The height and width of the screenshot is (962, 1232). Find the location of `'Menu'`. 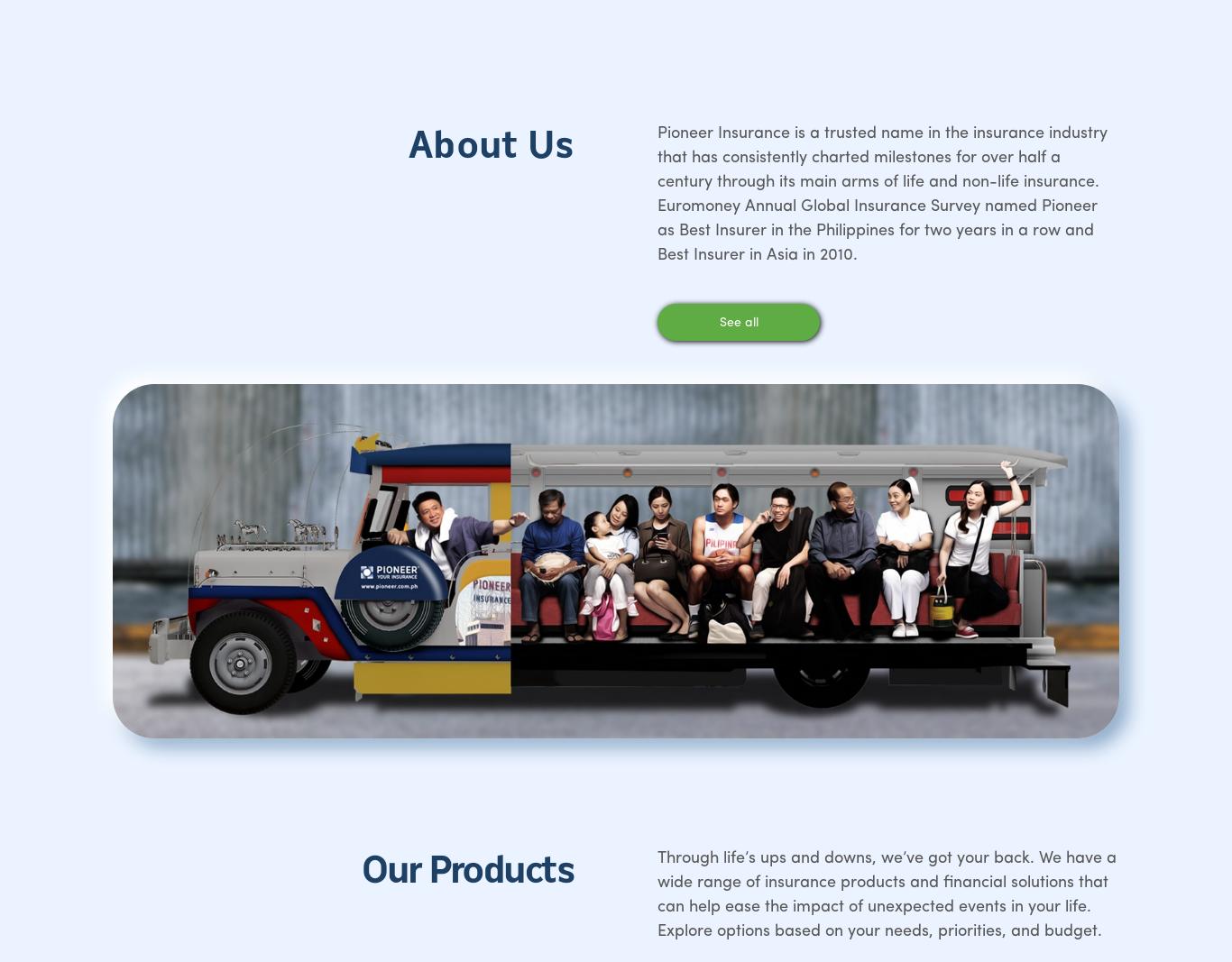

'Menu' is located at coordinates (80, 149).